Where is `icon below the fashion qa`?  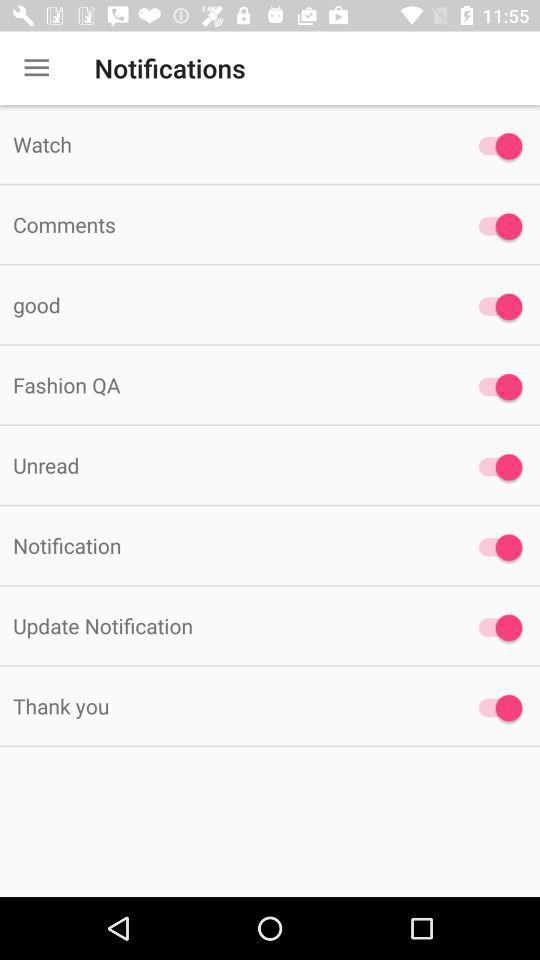
icon below the fashion qa is located at coordinates (224, 465).